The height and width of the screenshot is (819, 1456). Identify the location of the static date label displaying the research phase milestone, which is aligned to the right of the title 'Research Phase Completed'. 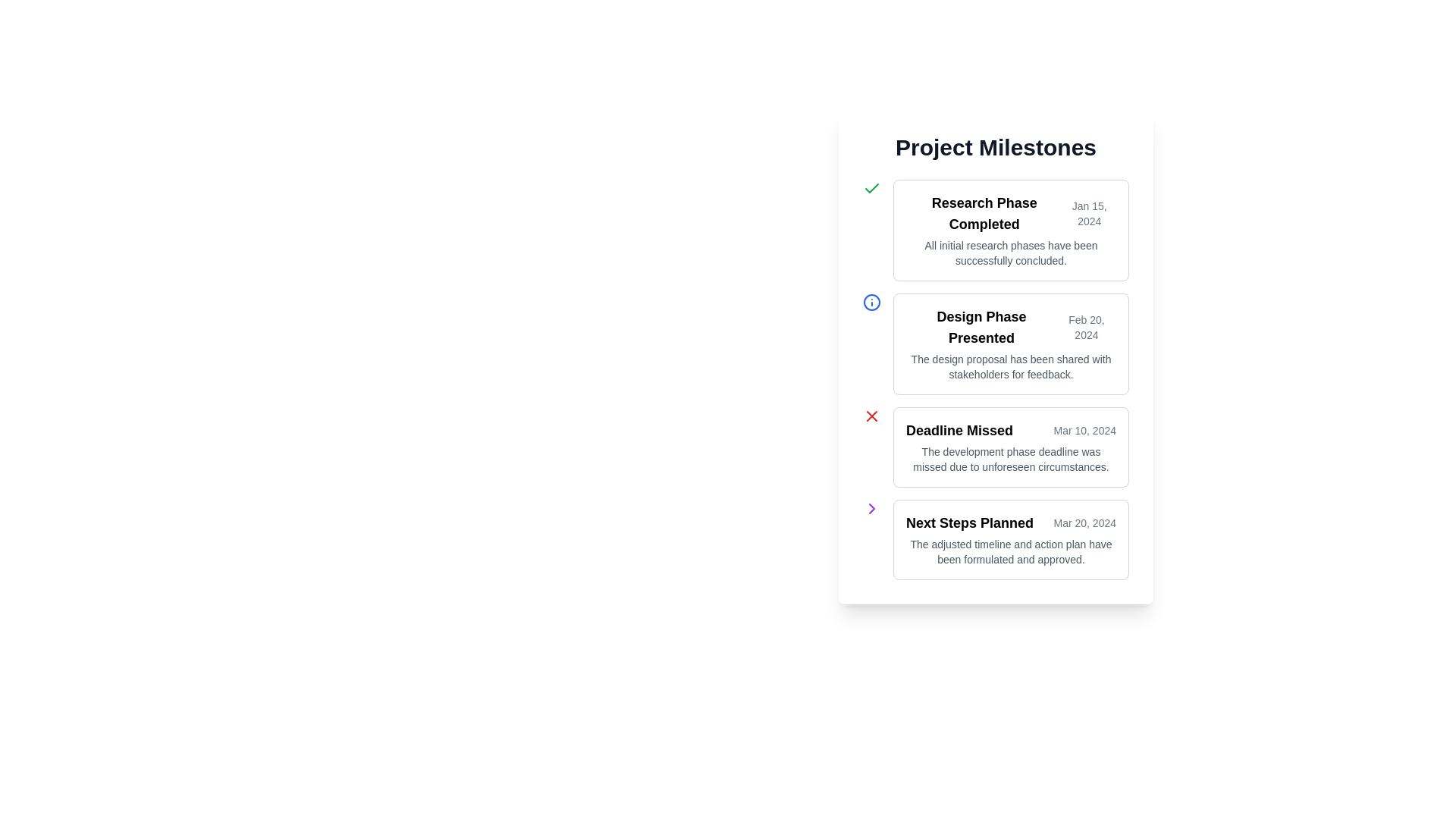
(1088, 213).